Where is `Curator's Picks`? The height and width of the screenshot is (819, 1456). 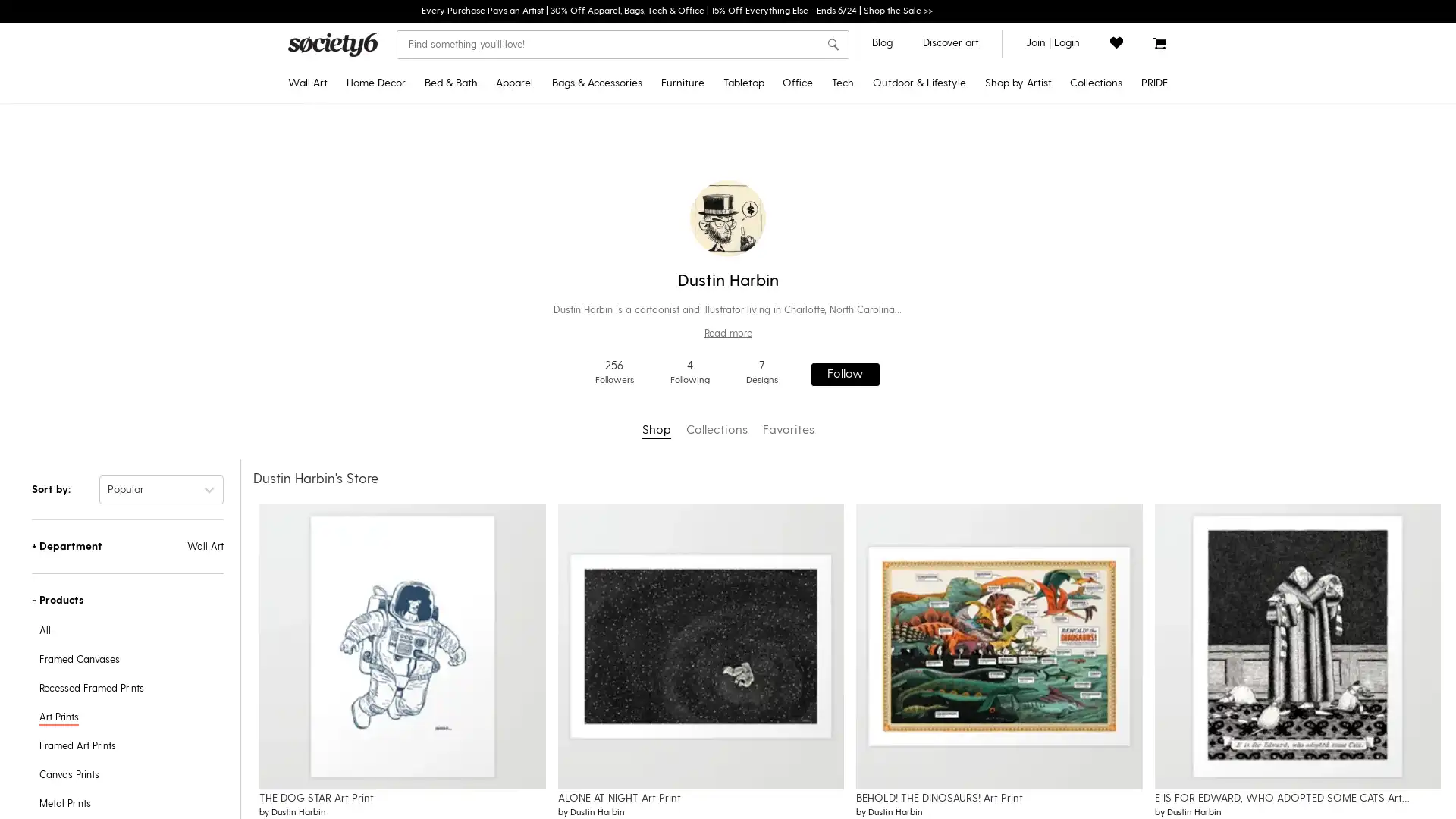
Curator's Picks is located at coordinates (1040, 244).